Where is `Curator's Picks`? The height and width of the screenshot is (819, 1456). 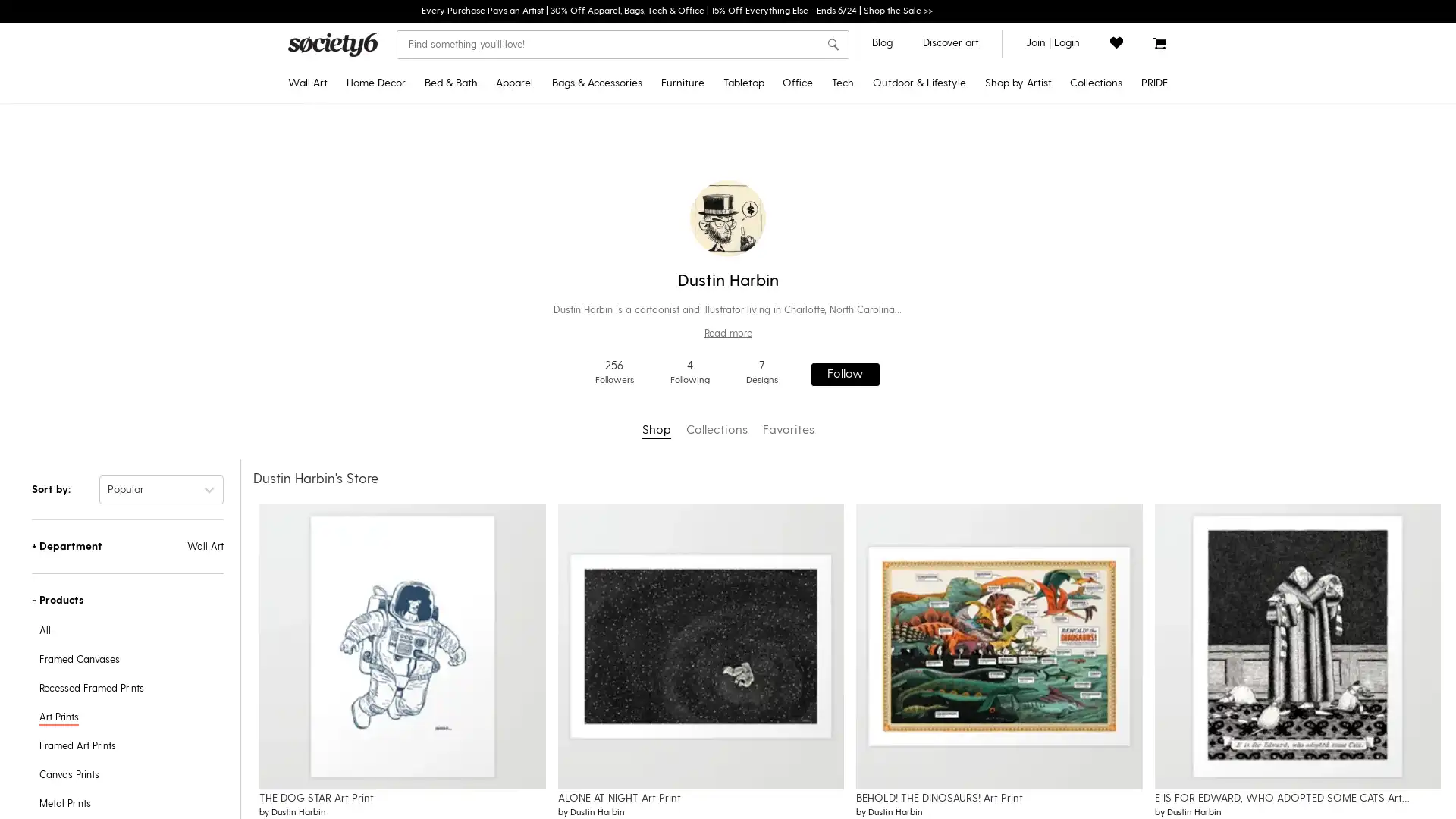
Curator's Picks is located at coordinates (1040, 244).